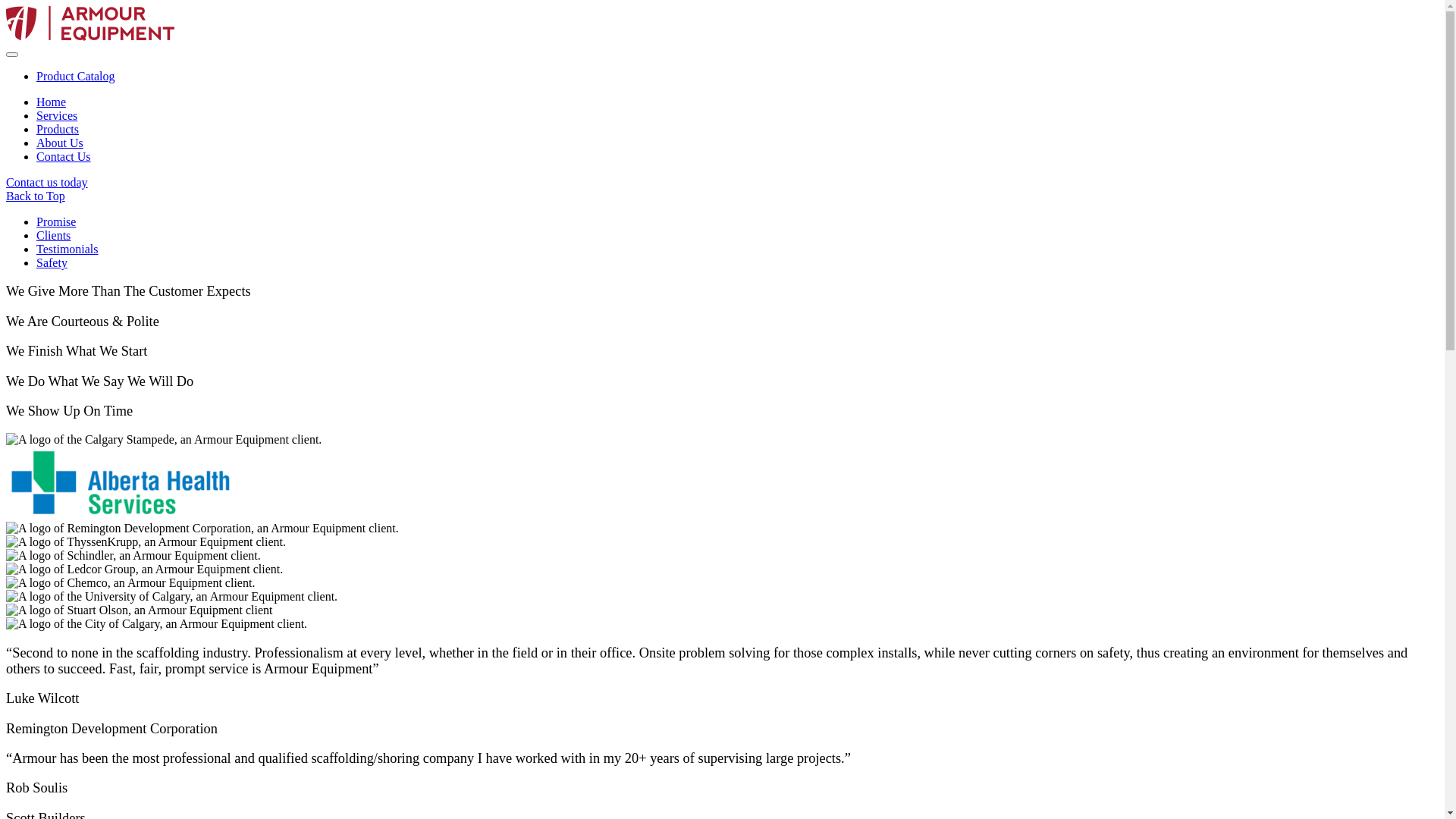 This screenshot has height=819, width=1456. Describe the element at coordinates (57, 115) in the screenshot. I see `'Services'` at that location.